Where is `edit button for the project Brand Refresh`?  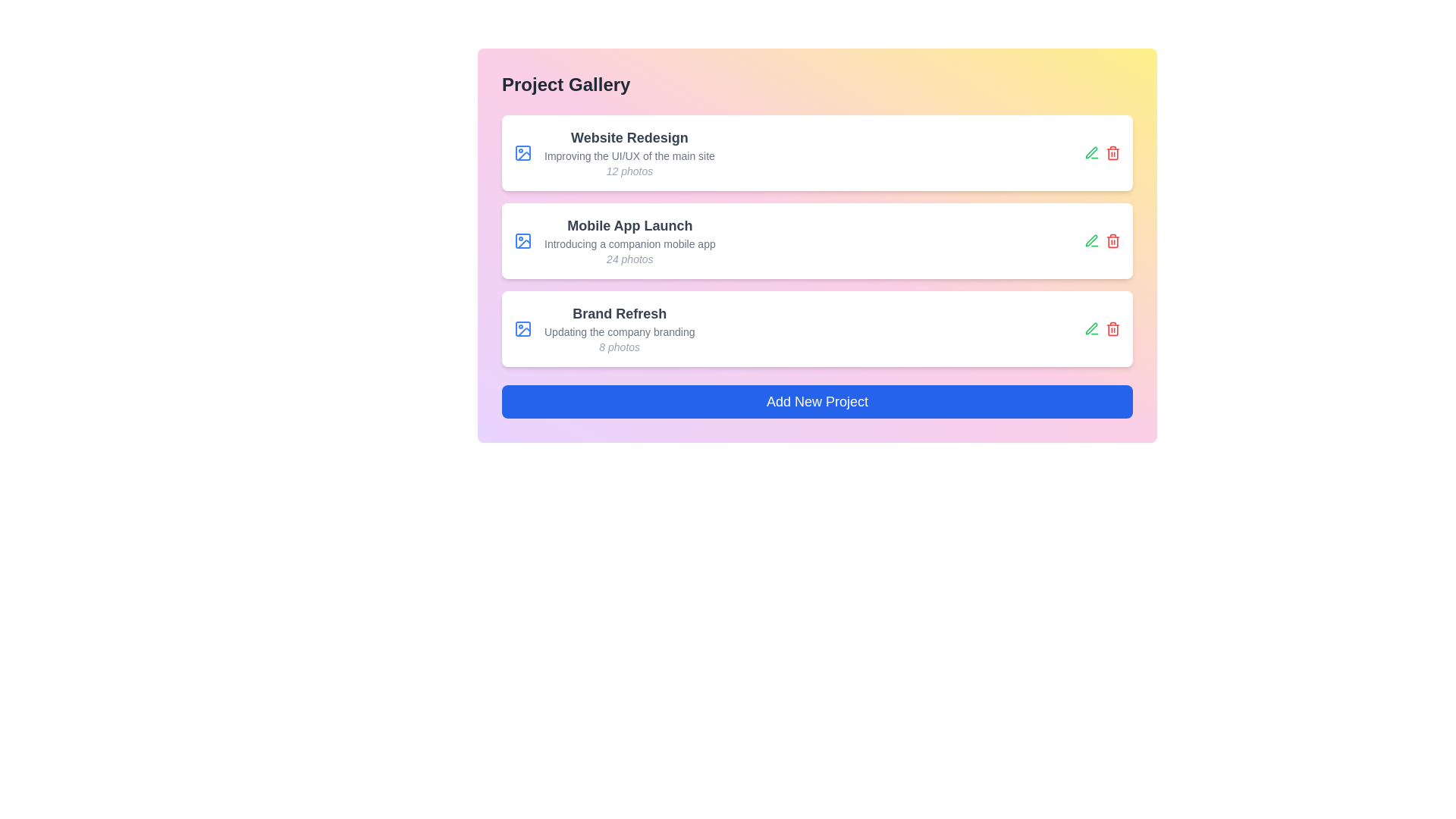
edit button for the project Brand Refresh is located at coordinates (1092, 328).